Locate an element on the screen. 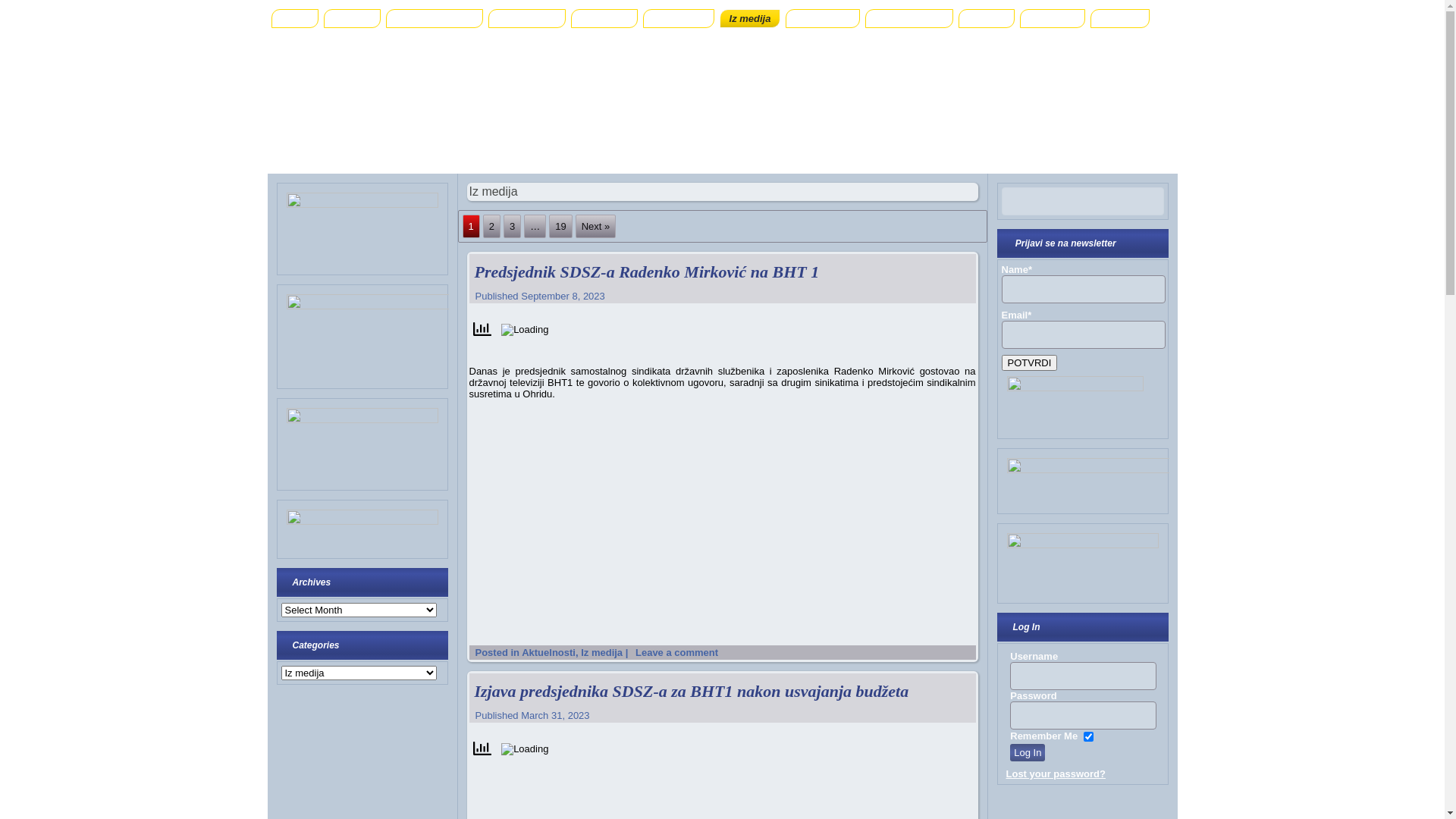 The width and height of the screenshot is (1456, 819). '2' is located at coordinates (491, 226).